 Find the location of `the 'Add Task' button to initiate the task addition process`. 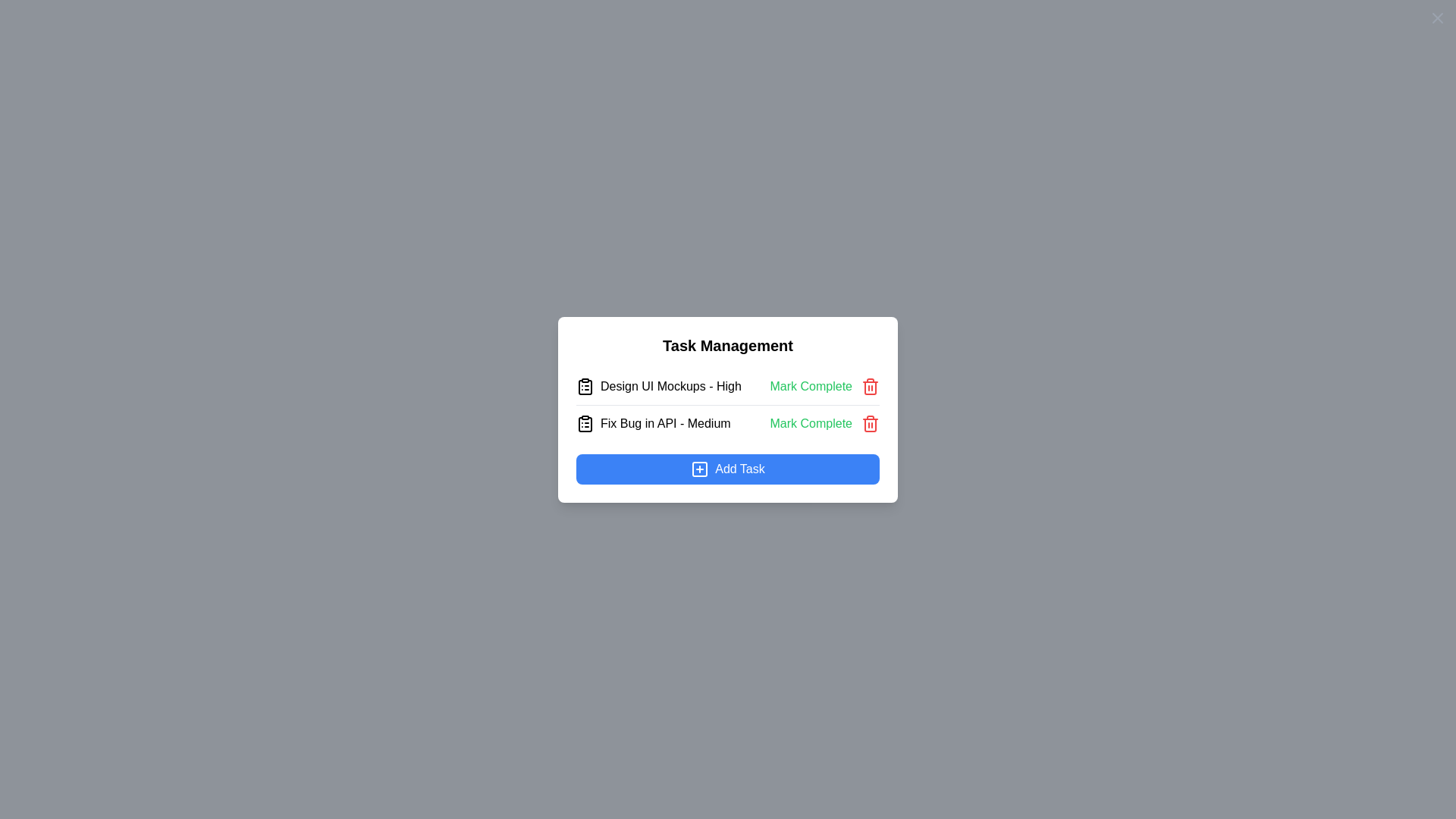

the 'Add Task' button to initiate the task addition process is located at coordinates (728, 468).